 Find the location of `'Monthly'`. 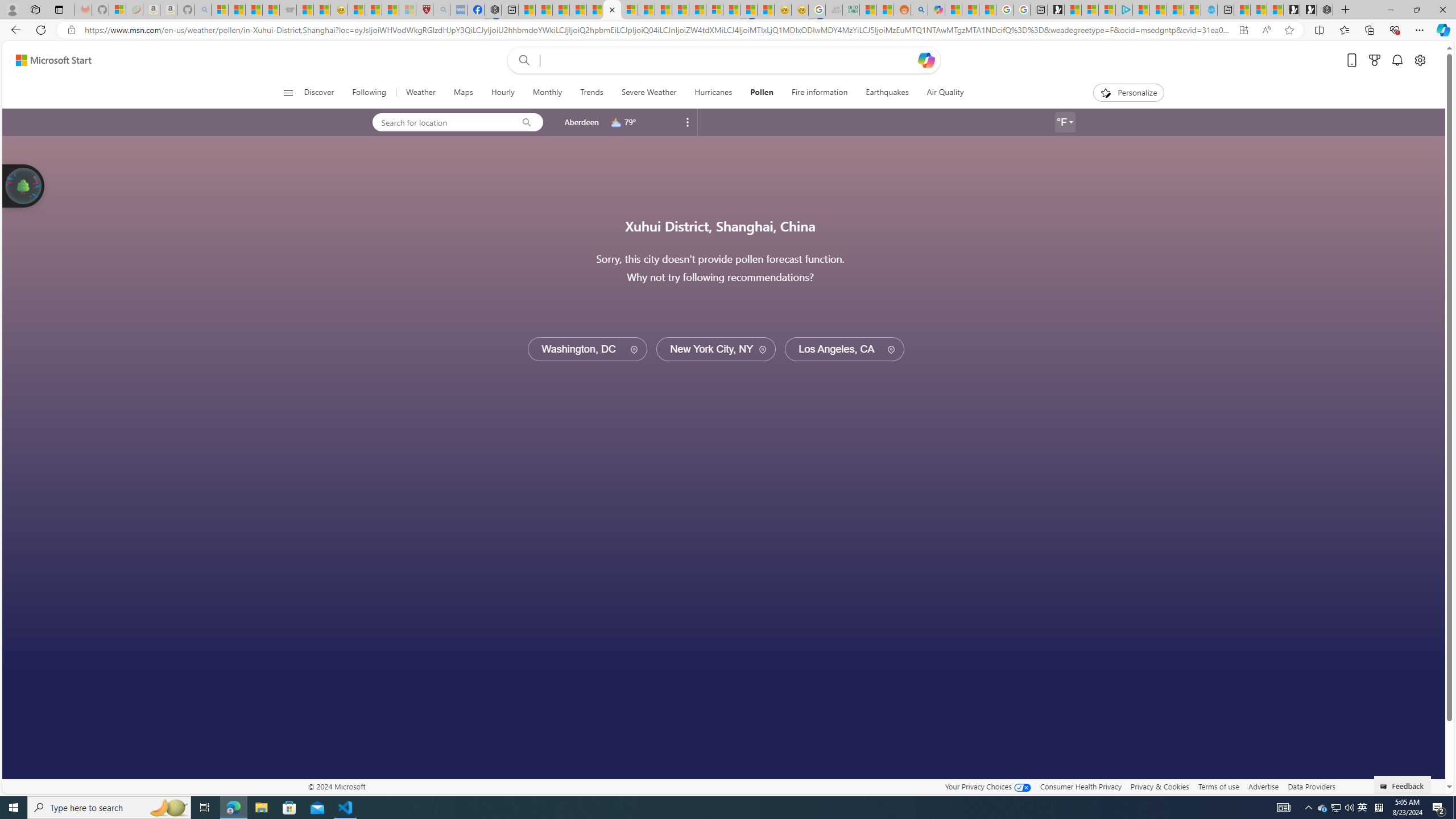

'Monthly' is located at coordinates (547, 92).